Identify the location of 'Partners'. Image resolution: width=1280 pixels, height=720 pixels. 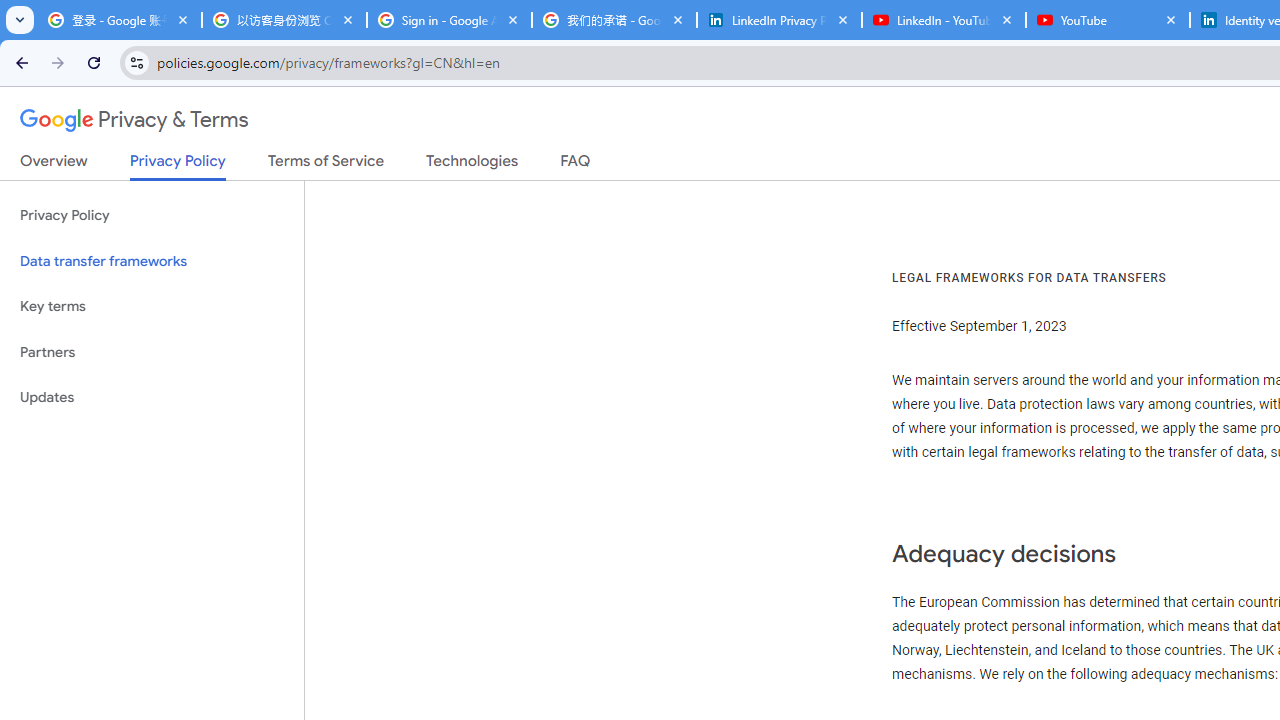
(151, 351).